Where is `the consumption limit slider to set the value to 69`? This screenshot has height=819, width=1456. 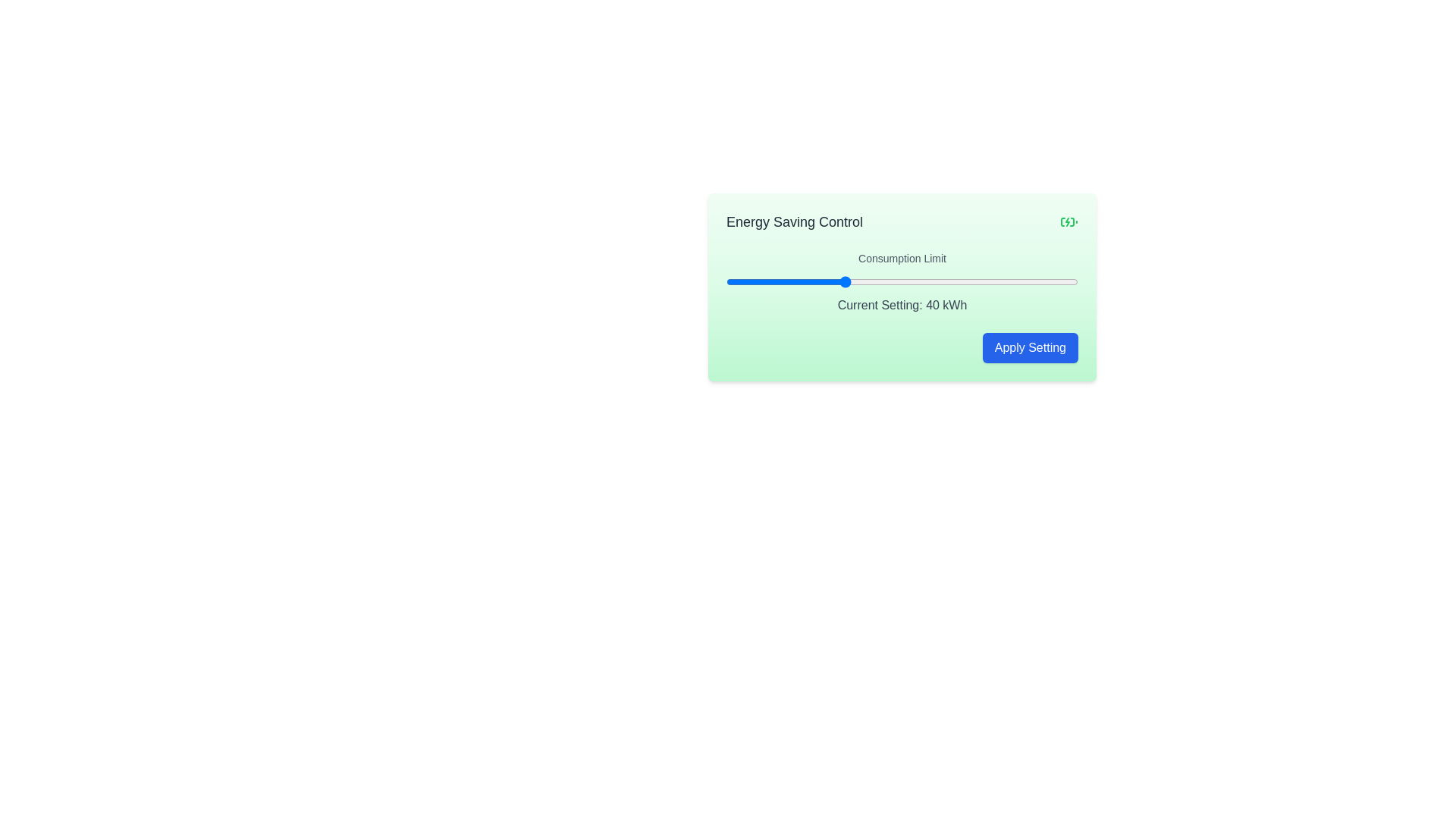
the consumption limit slider to set the value to 69 is located at coordinates (1013, 281).